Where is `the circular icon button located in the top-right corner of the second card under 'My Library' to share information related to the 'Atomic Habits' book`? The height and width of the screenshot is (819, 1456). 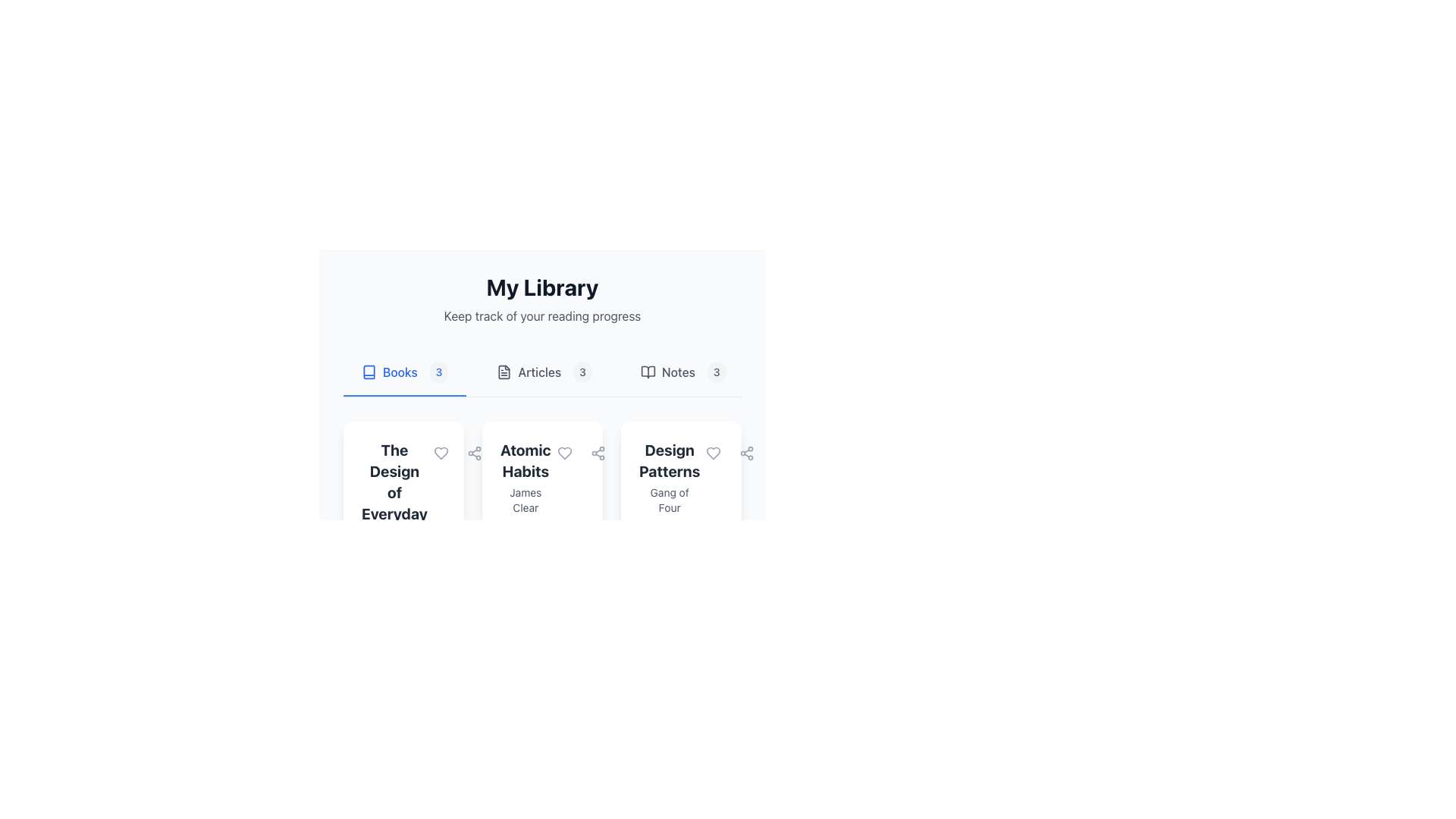
the circular icon button located in the top-right corner of the second card under 'My Library' to share information related to the 'Atomic Habits' book is located at coordinates (473, 452).